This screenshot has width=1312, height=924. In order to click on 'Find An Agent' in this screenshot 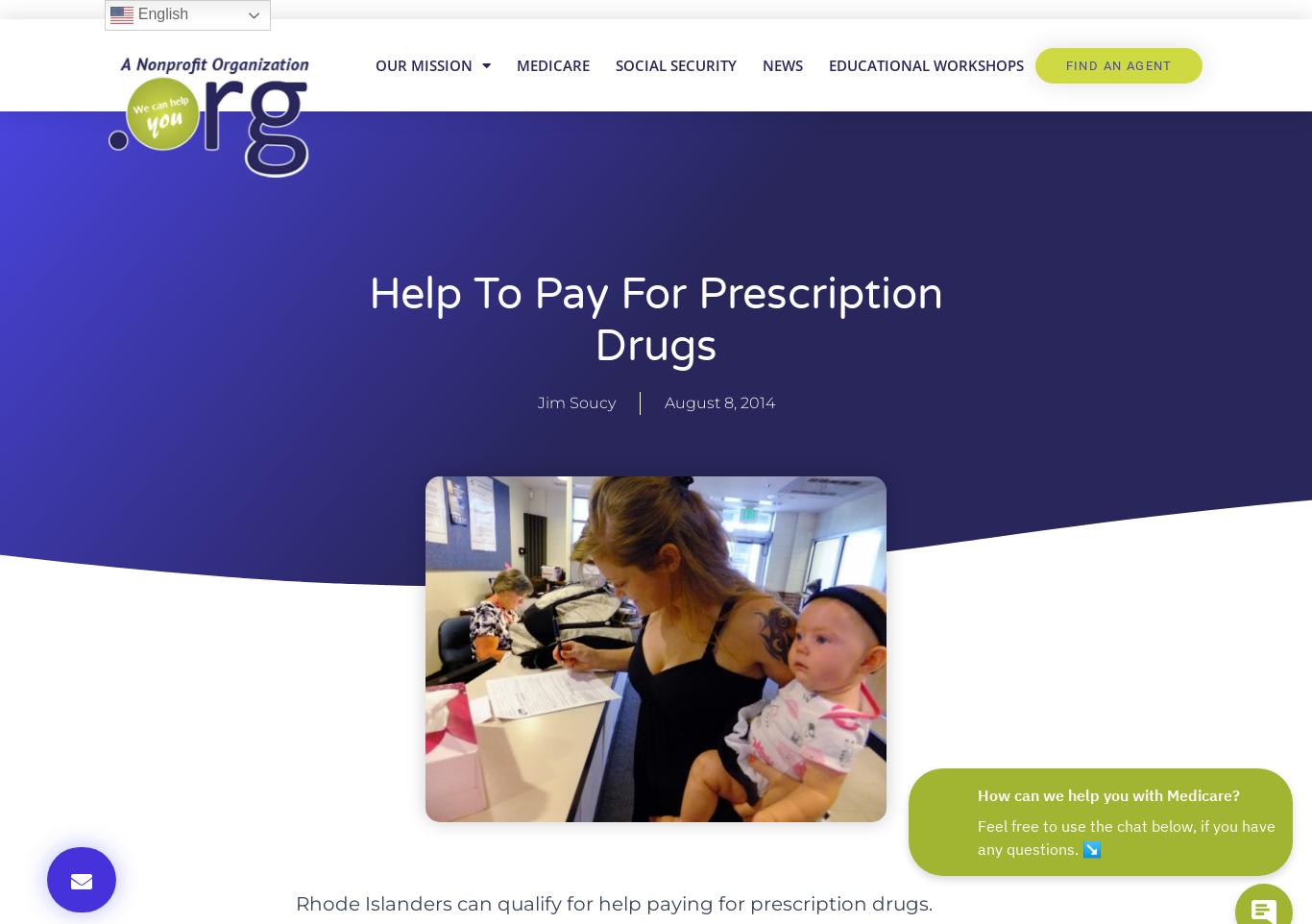, I will do `click(1064, 64)`.